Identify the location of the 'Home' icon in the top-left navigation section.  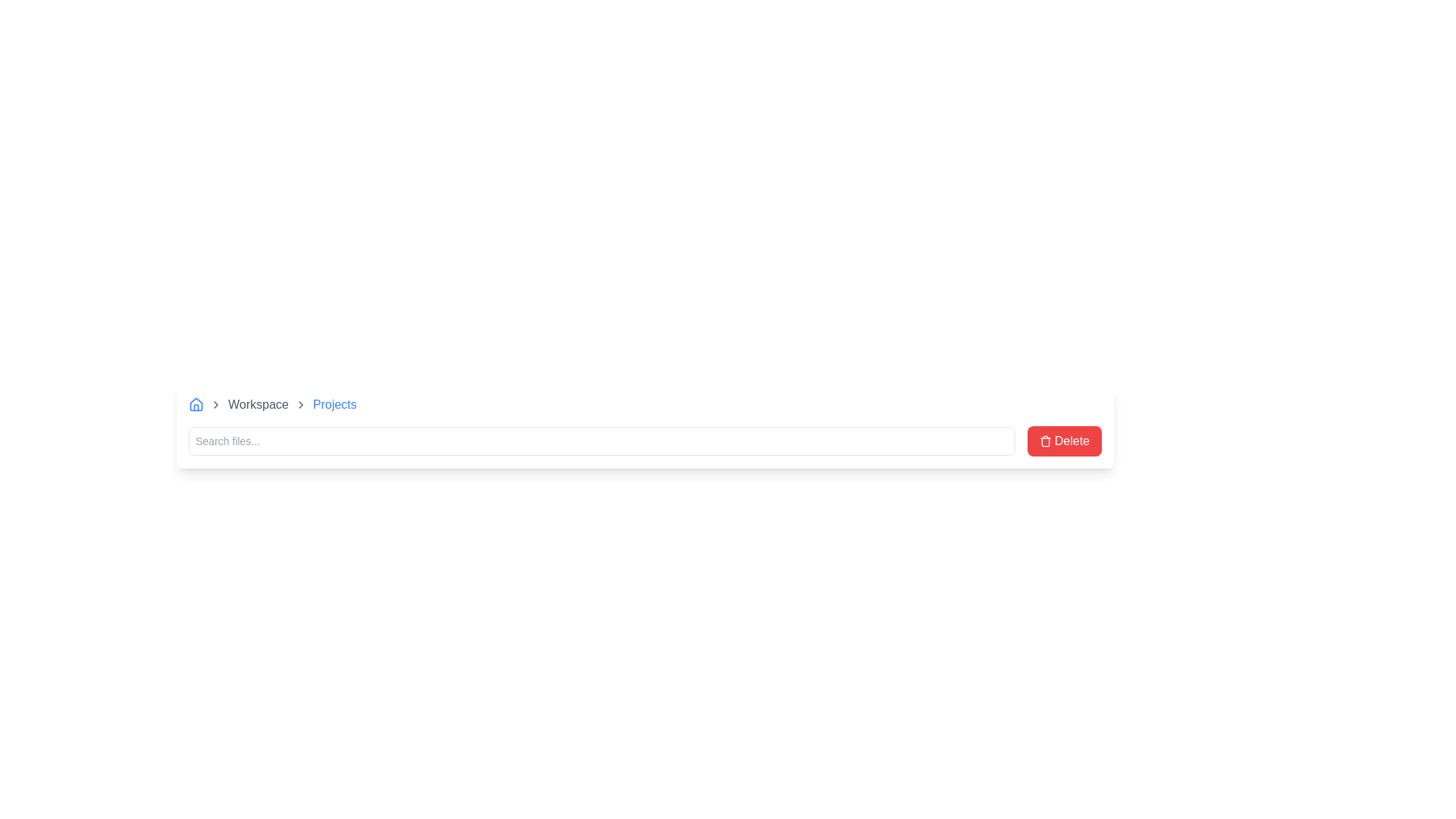
(196, 403).